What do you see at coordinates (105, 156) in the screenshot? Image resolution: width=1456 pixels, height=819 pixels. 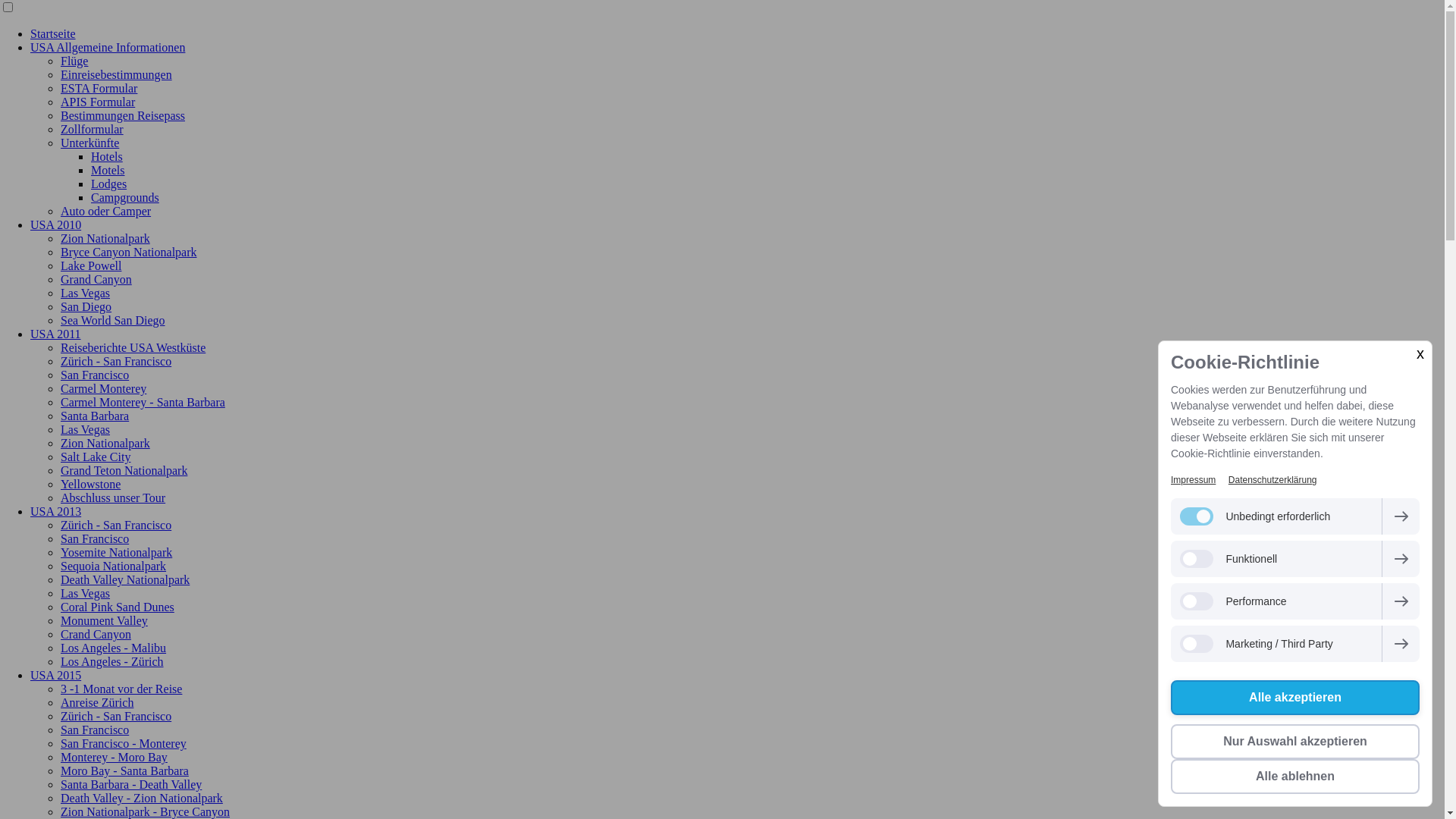 I see `'Hotels'` at bounding box center [105, 156].